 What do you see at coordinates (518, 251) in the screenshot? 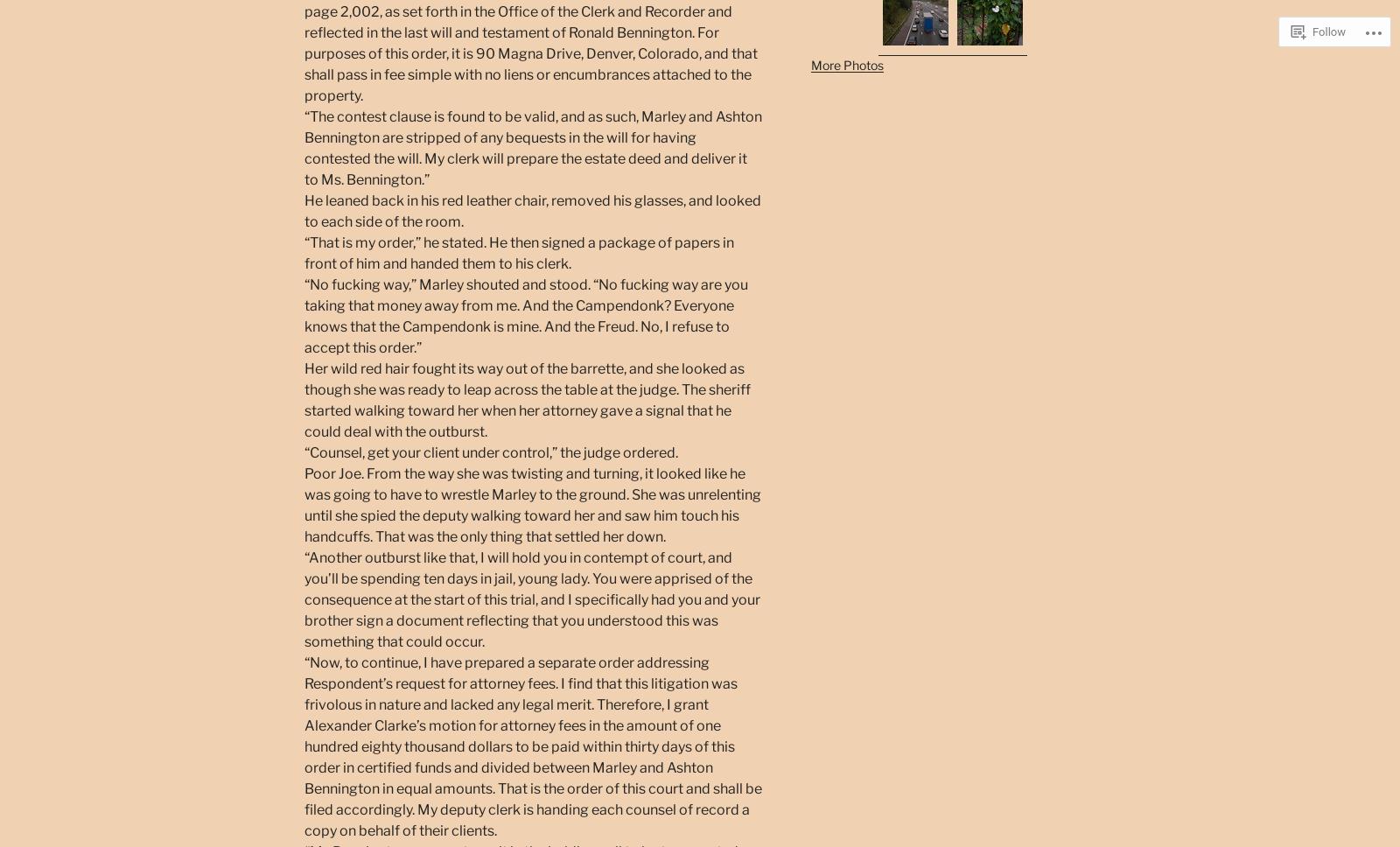
I see `'“That is my order,” he stated. He then signed a package of papers in front of him and handed them to his clerk.'` at bounding box center [518, 251].